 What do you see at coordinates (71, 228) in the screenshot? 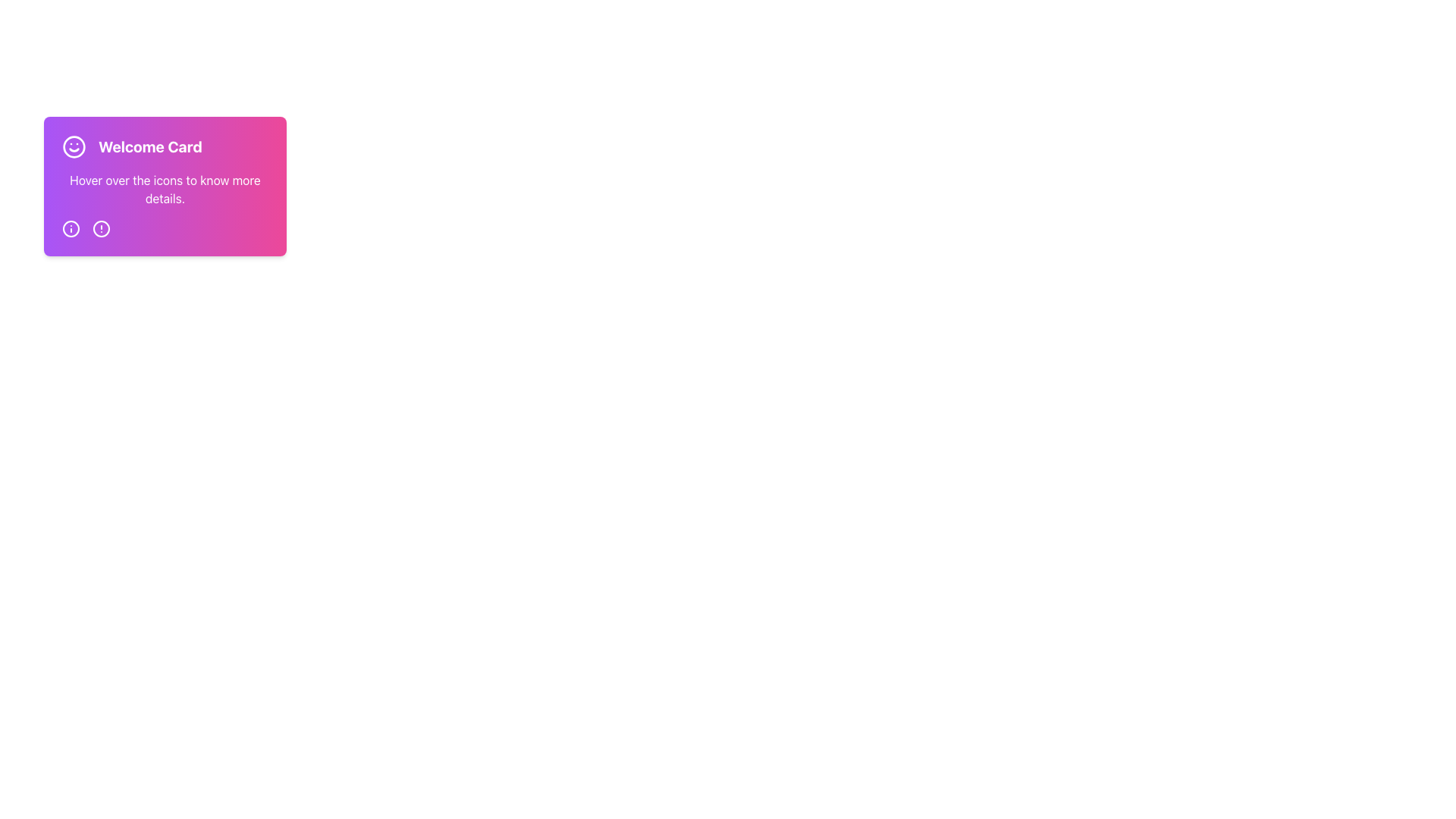
I see `the circular decorative graphic icon located at the bottom of the 'Welcome Card', which indicates additional details or help content is available` at bounding box center [71, 228].